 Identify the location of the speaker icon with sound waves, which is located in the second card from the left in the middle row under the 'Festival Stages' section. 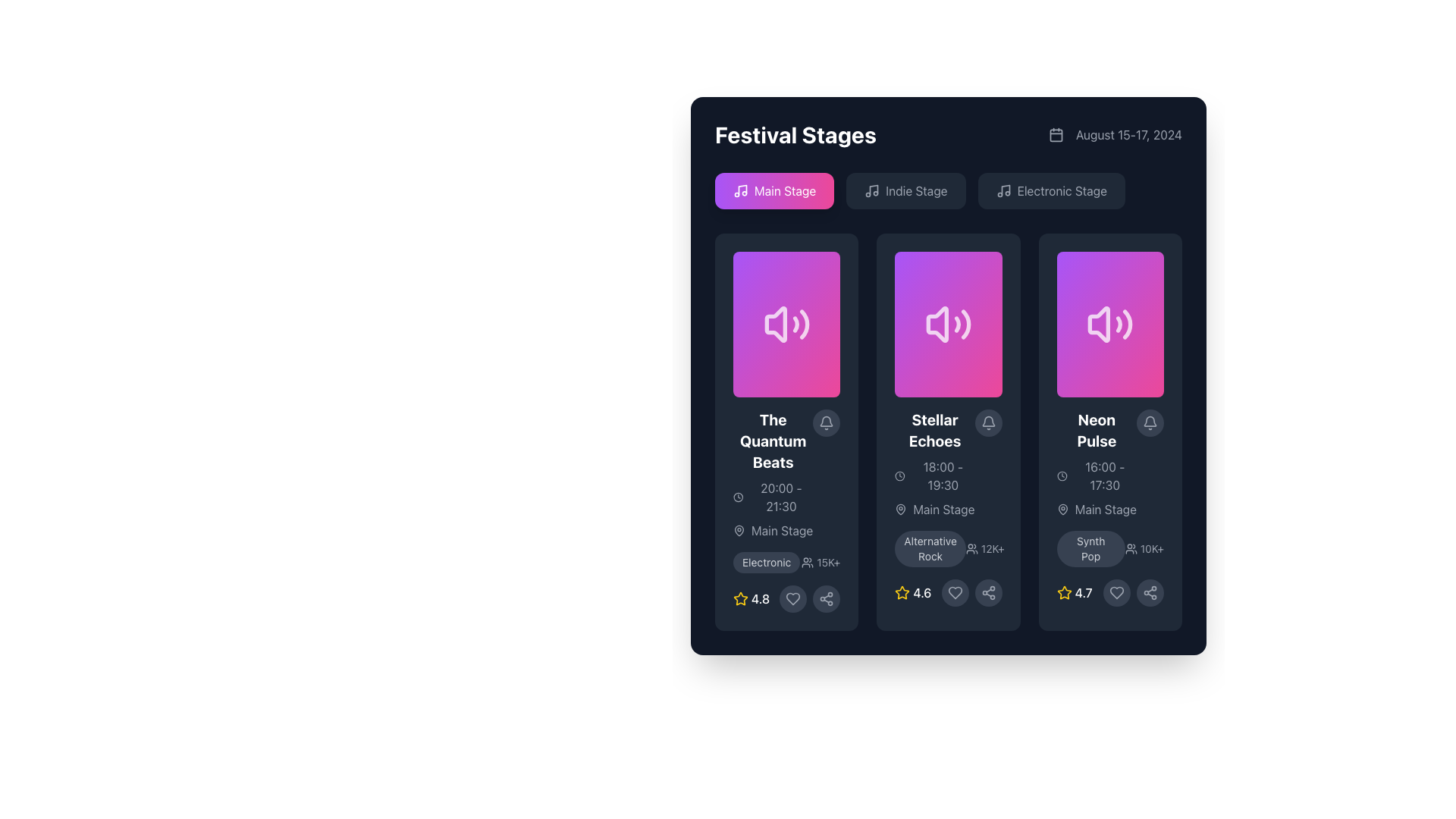
(948, 324).